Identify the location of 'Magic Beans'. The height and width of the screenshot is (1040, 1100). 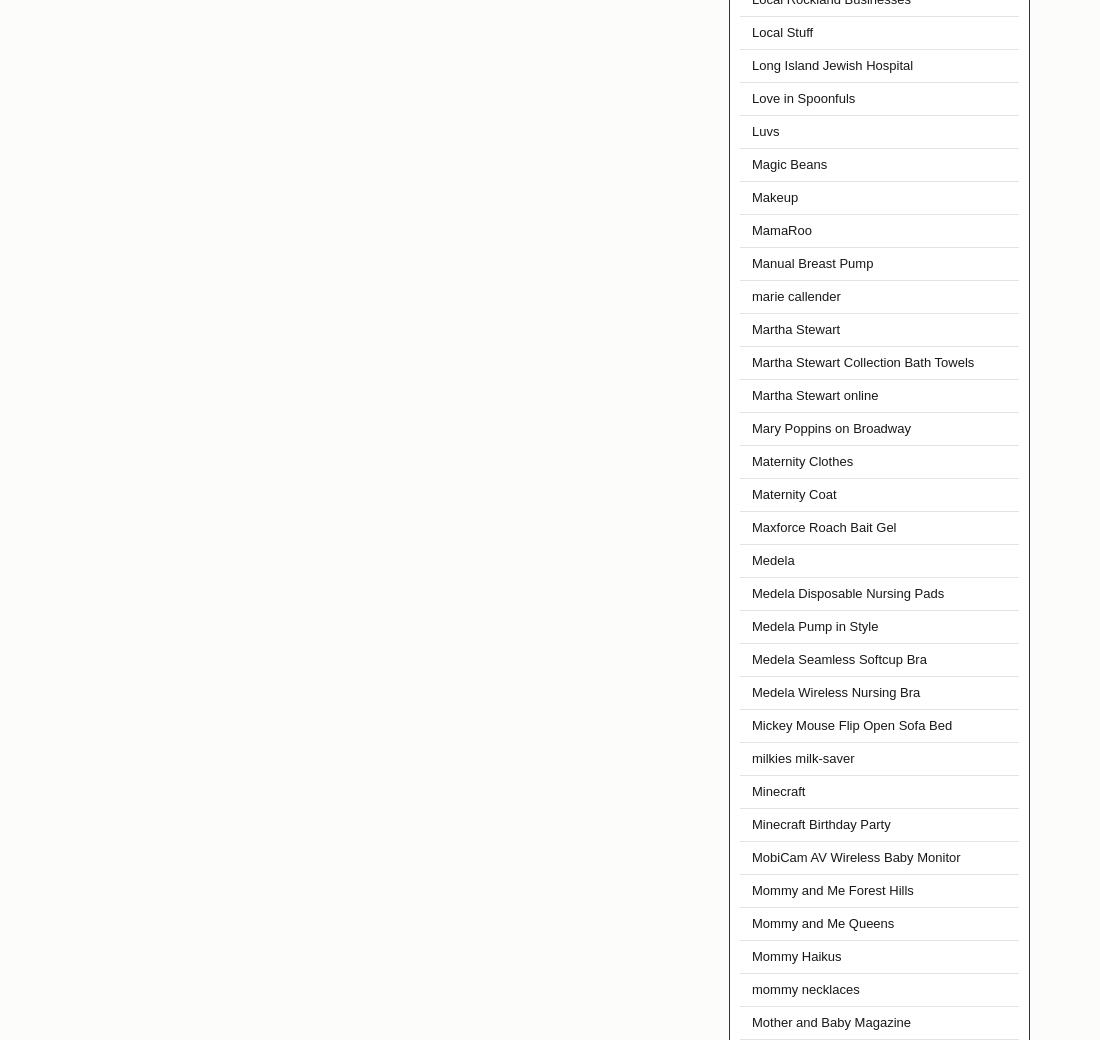
(789, 164).